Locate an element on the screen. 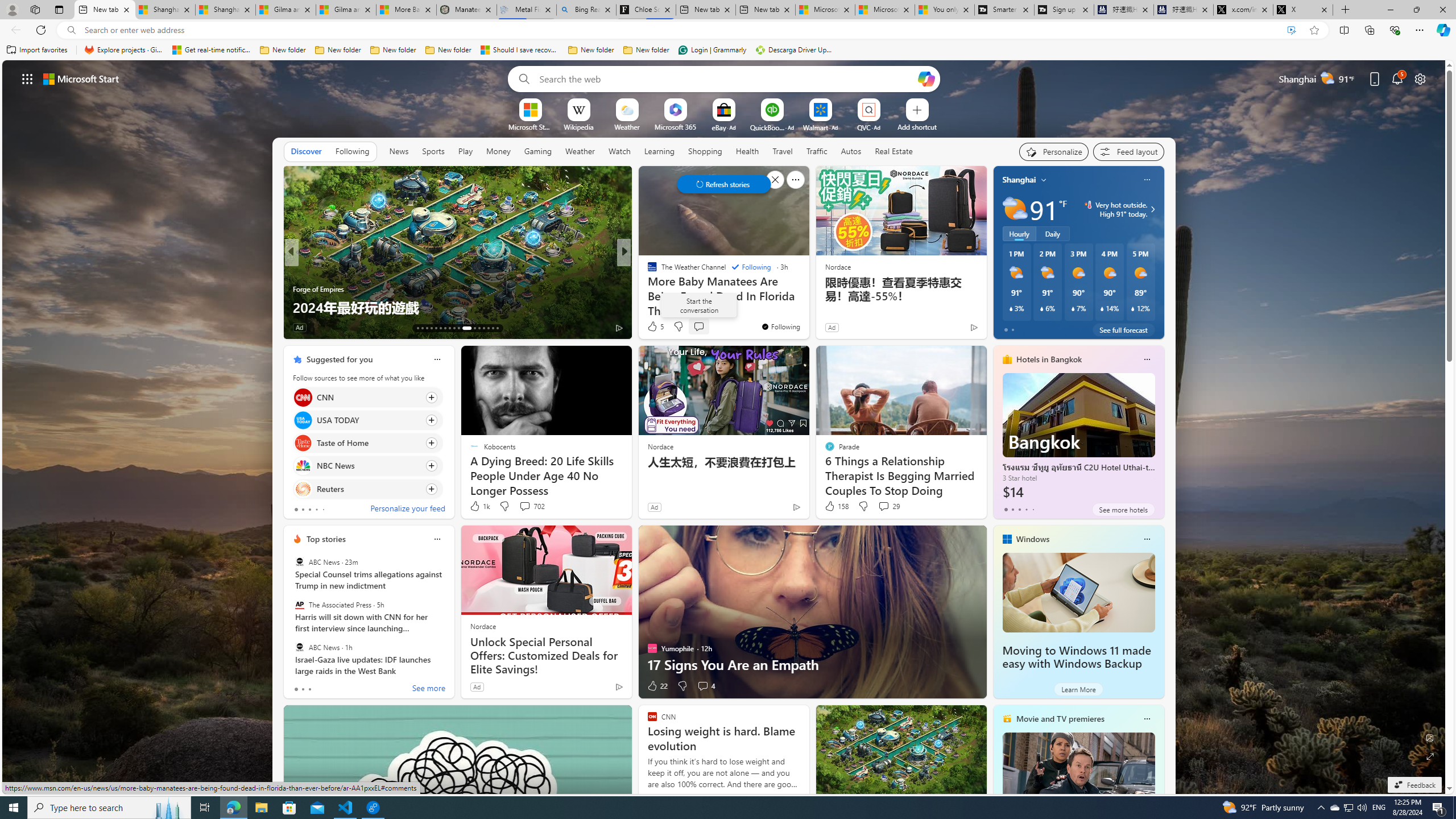 The height and width of the screenshot is (819, 1456). 'App launcher' is located at coordinates (27, 78).